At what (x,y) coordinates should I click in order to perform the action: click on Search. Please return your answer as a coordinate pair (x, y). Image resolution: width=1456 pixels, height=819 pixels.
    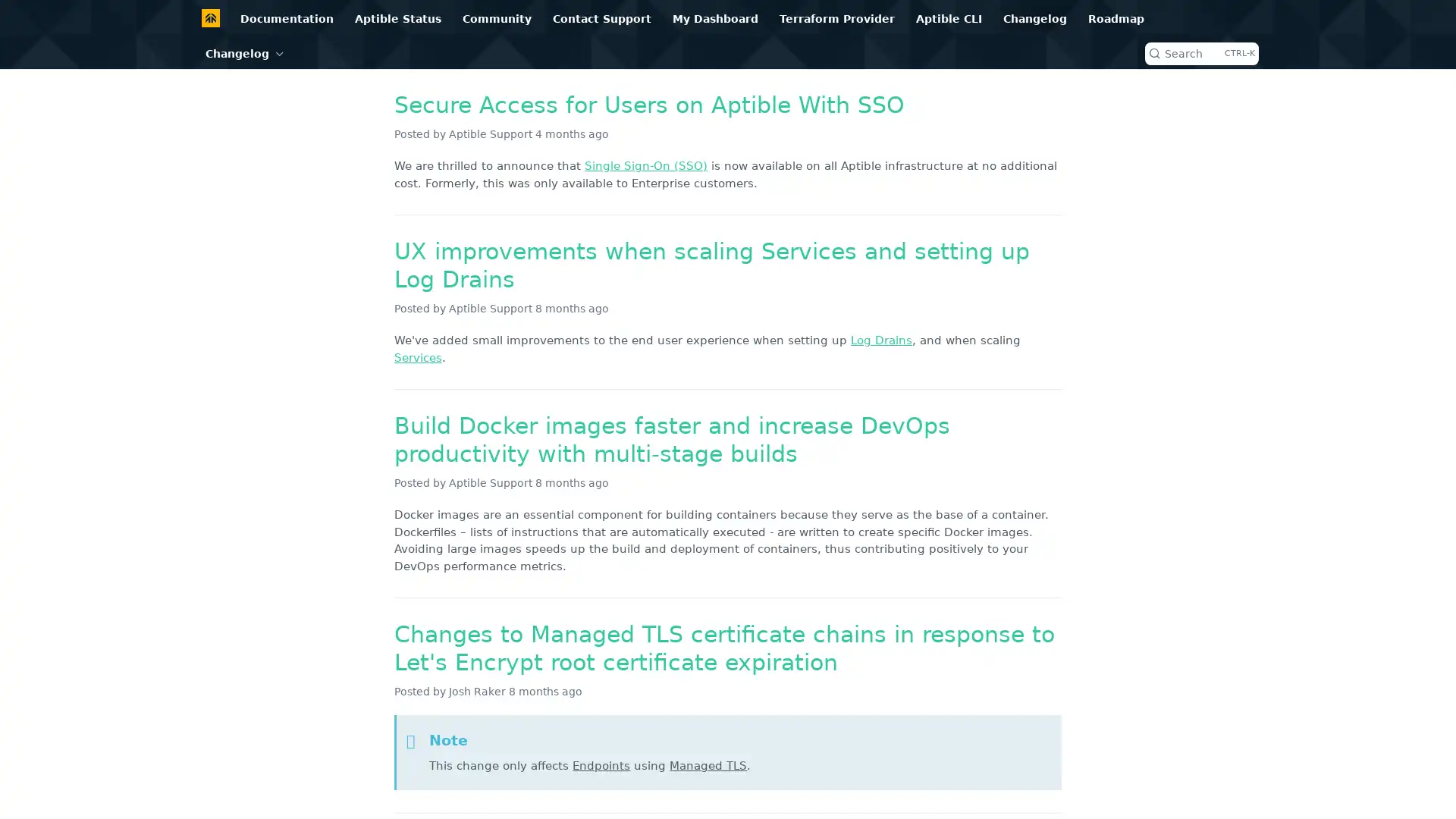
    Looking at the image, I should click on (1200, 52).